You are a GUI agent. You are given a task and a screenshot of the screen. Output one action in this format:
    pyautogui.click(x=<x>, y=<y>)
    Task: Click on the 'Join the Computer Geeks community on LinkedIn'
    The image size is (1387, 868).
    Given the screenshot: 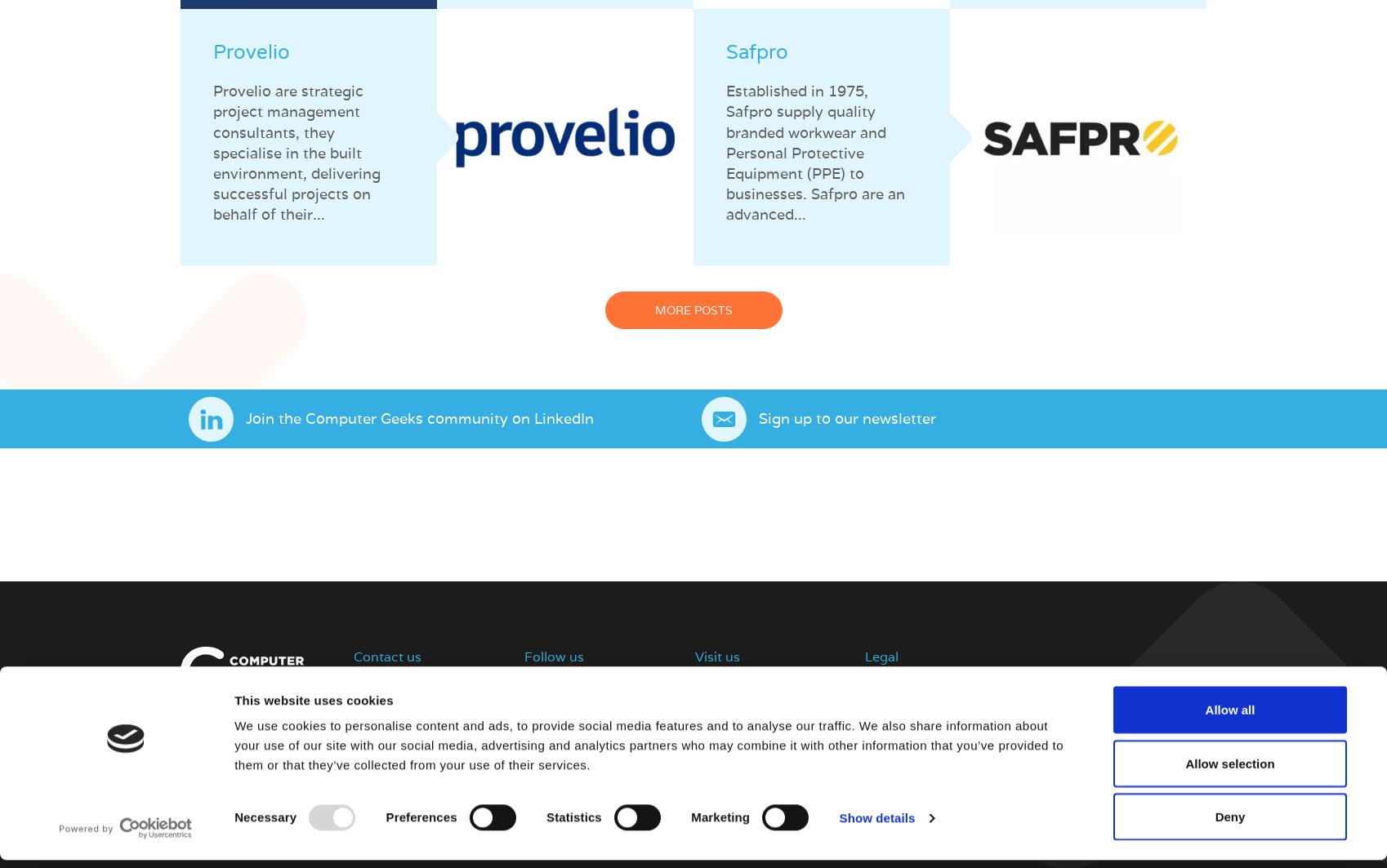 What is the action you would take?
    pyautogui.click(x=419, y=418)
    